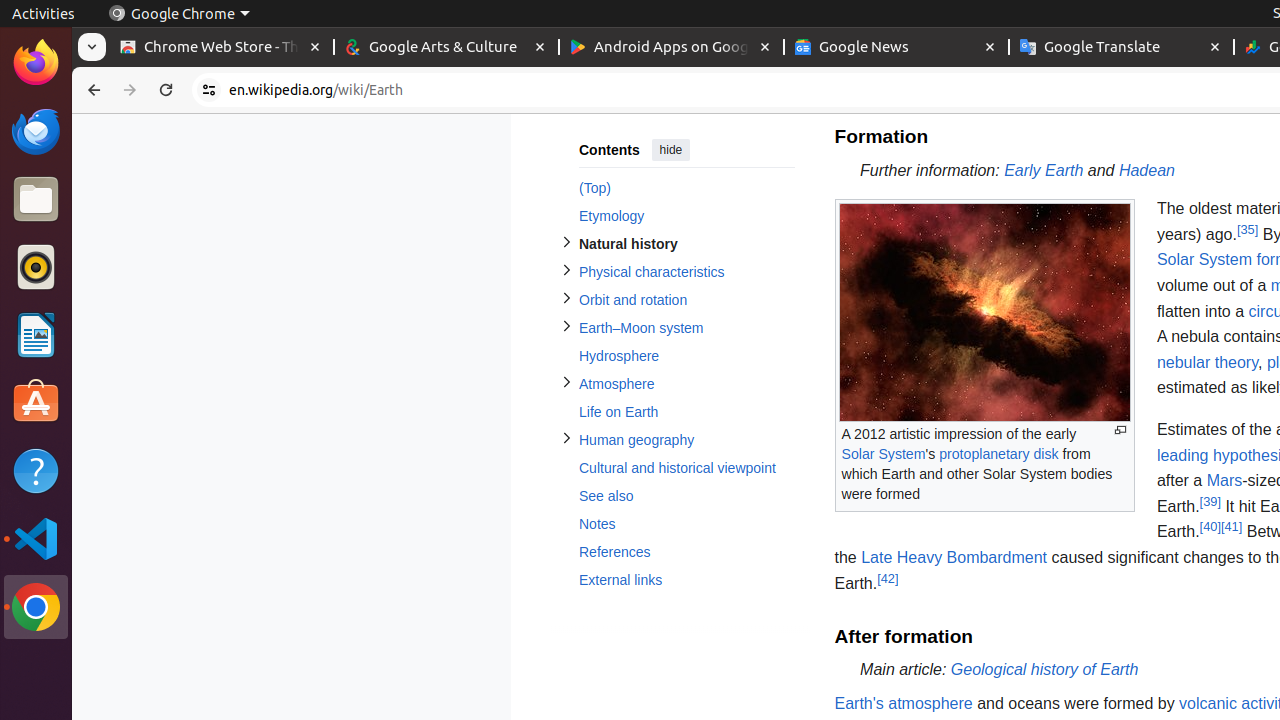 The image size is (1280, 720). I want to click on 'Mars', so click(1223, 481).